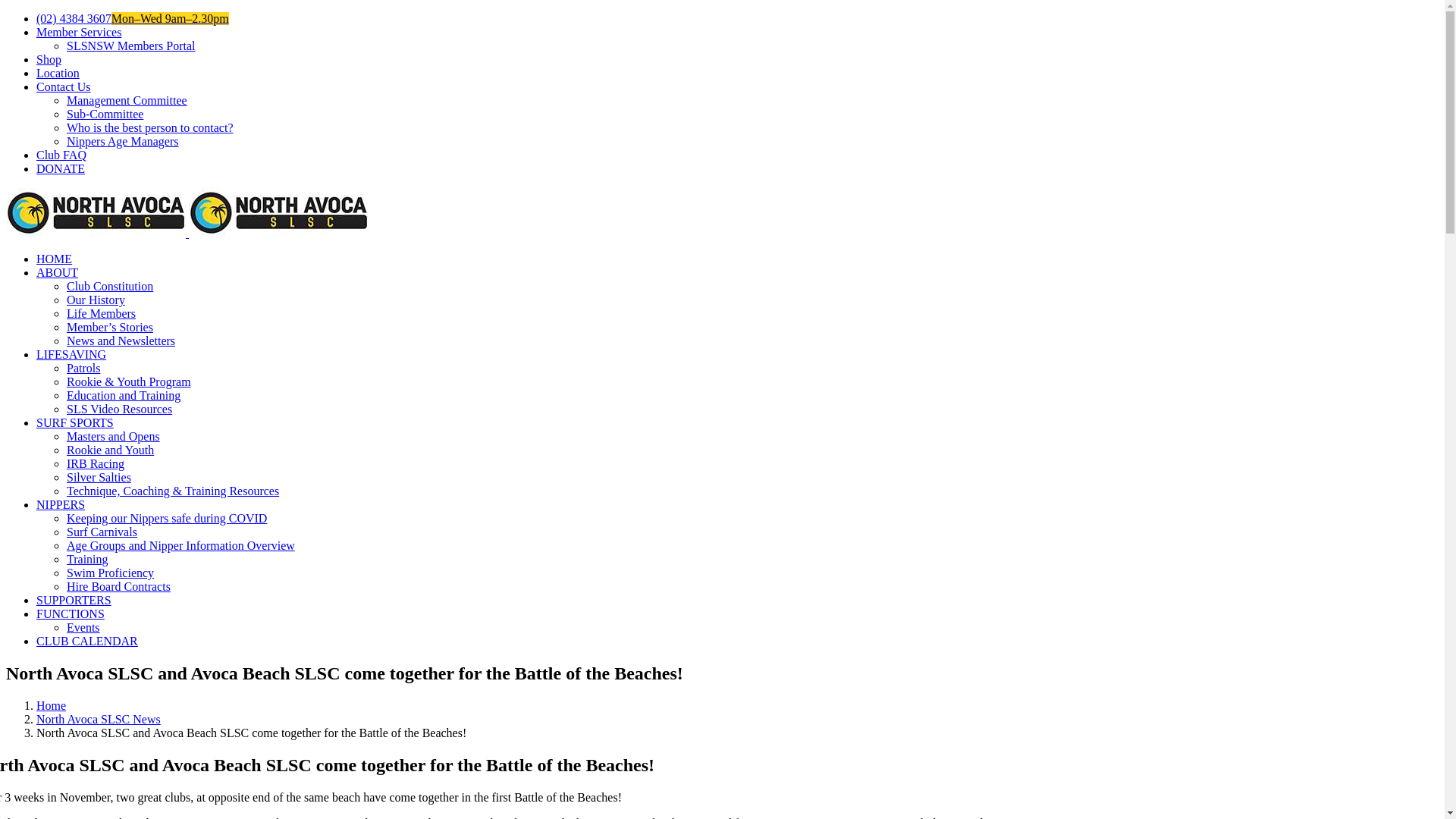 Image resolution: width=1456 pixels, height=819 pixels. Describe the element at coordinates (104, 113) in the screenshot. I see `'Sub-Committee'` at that location.